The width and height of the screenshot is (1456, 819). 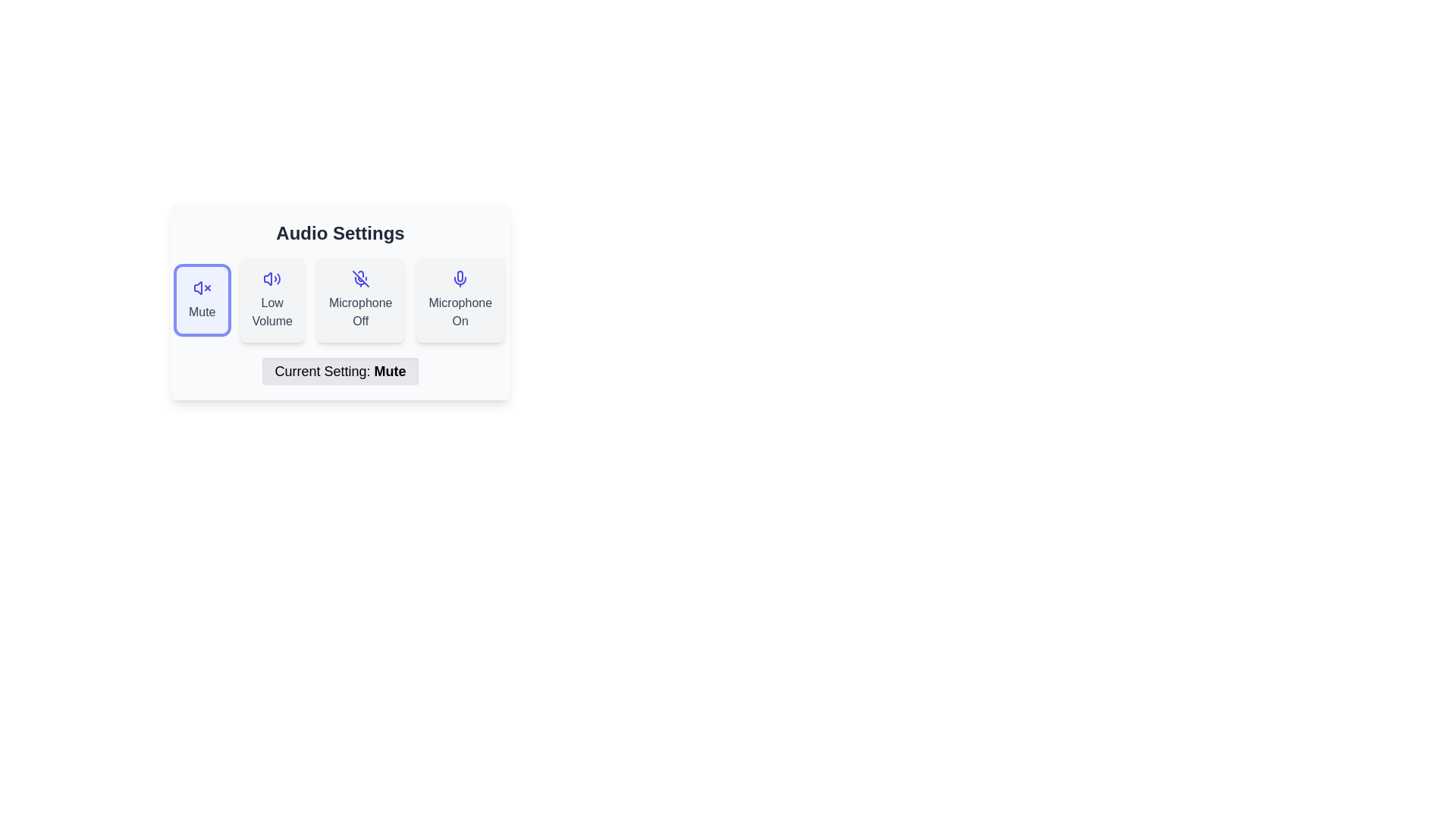 What do you see at coordinates (359, 281) in the screenshot?
I see `the microphone icon within the 'Microphone Off' button, which is centrally positioned among the audio settings buttons` at bounding box center [359, 281].